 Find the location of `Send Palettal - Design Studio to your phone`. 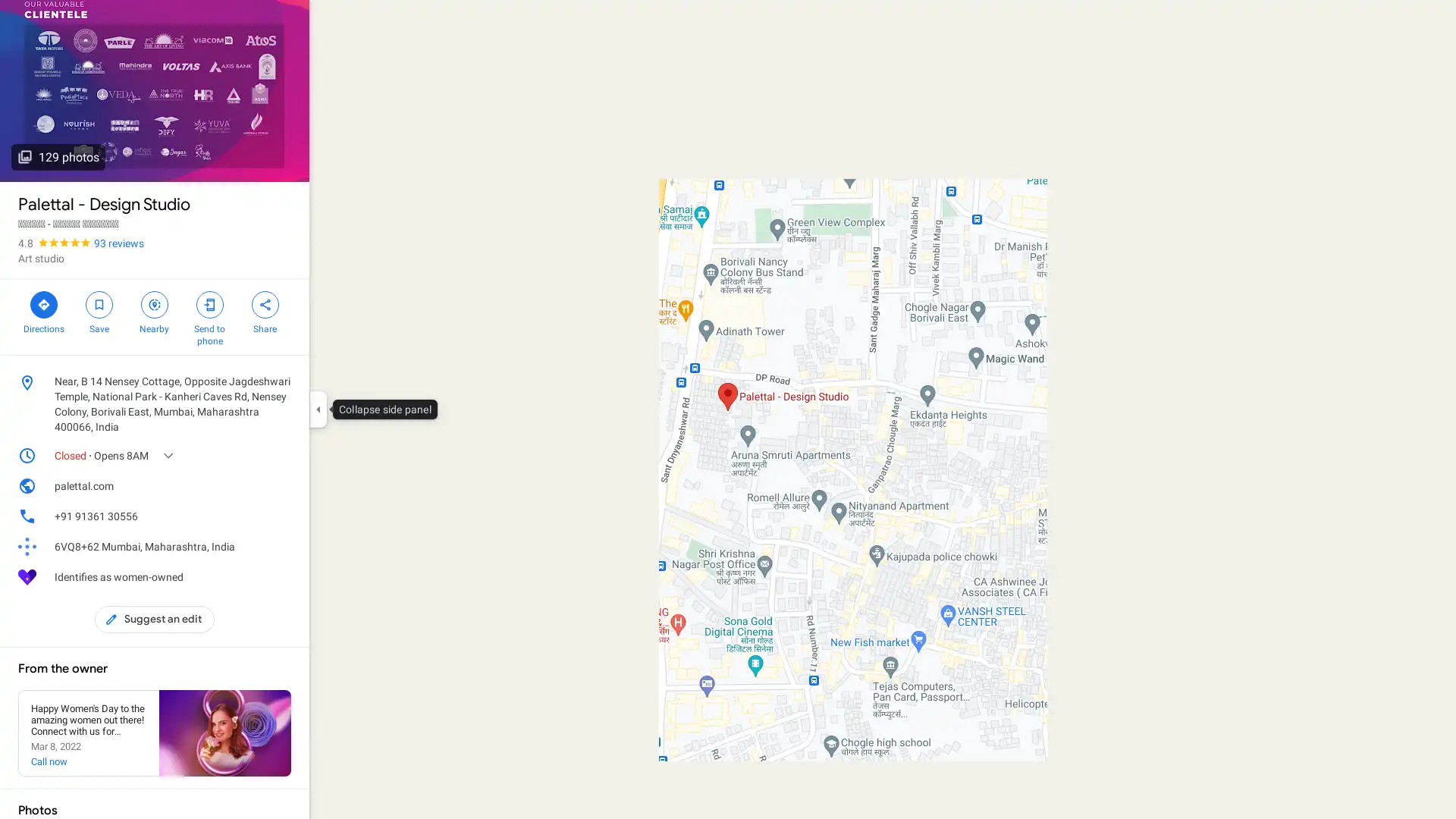

Send Palettal - Design Studio to your phone is located at coordinates (209, 315).